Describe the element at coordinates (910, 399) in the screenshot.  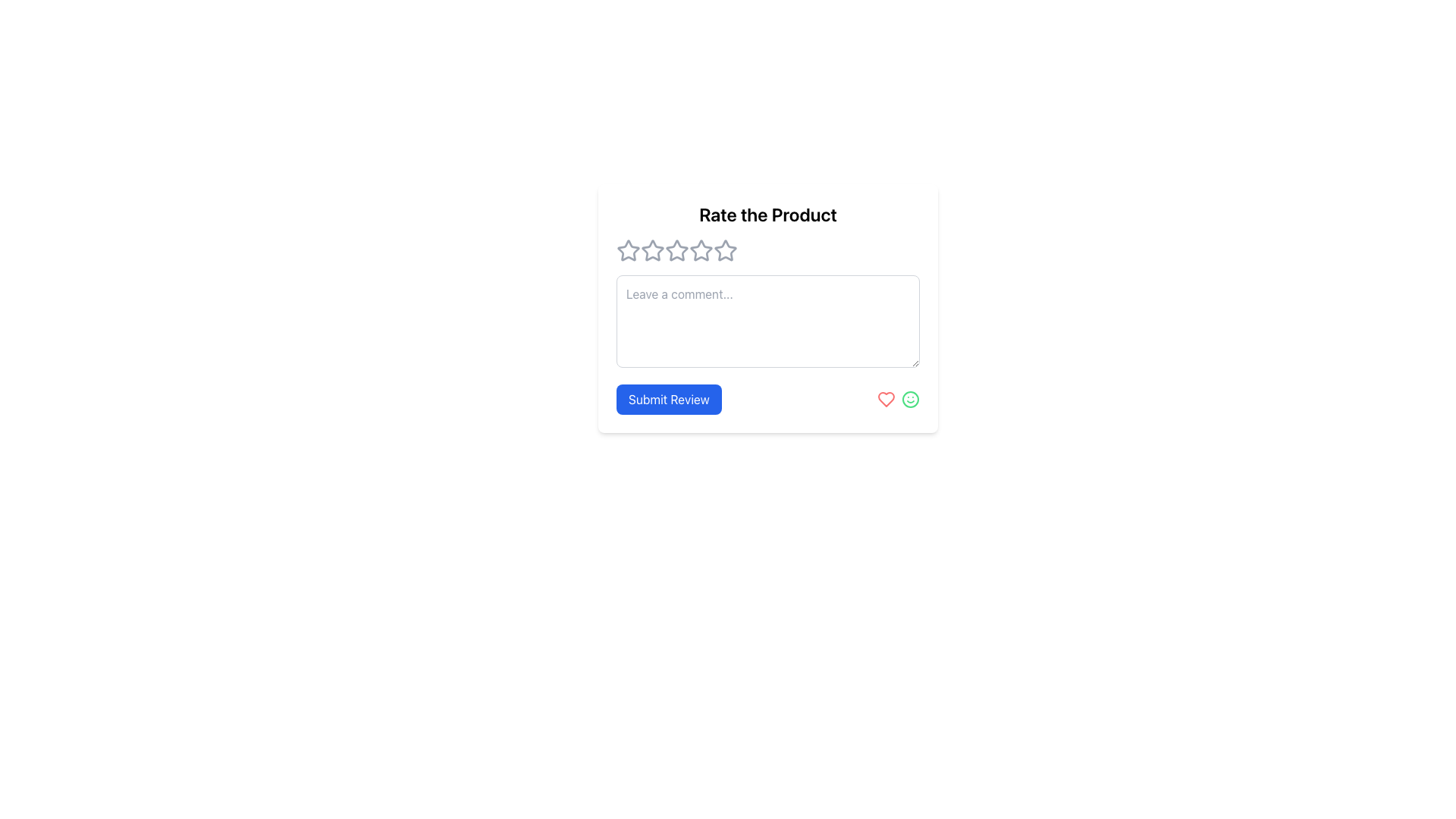
I see `the positive sentiment approval icon located at the bottom-right corner of the interactive card-like UI area, positioned to the right of the heart-shaped red icon` at that location.